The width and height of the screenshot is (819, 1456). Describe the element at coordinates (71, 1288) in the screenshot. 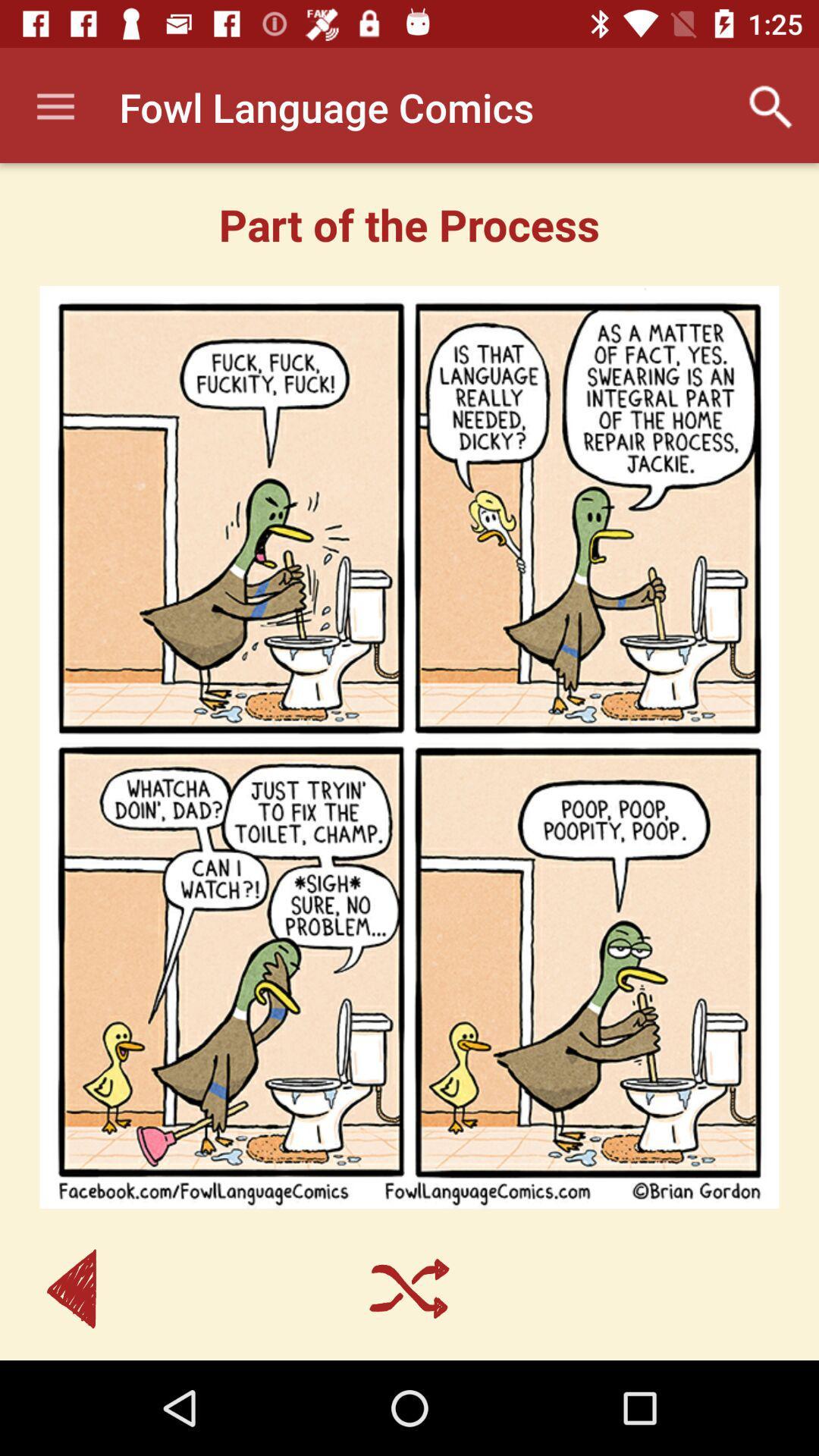

I see `the arrow_backward icon` at that location.